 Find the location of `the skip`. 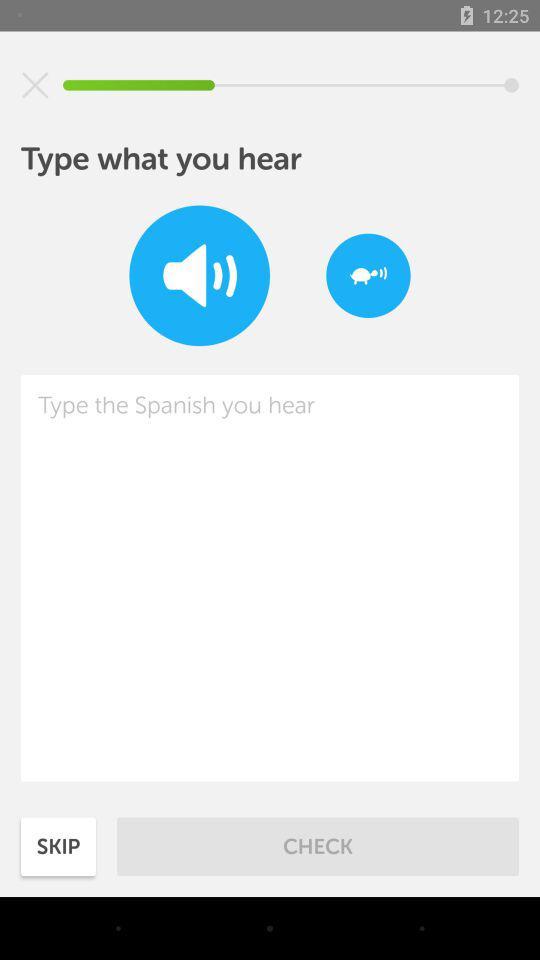

the skip is located at coordinates (58, 845).